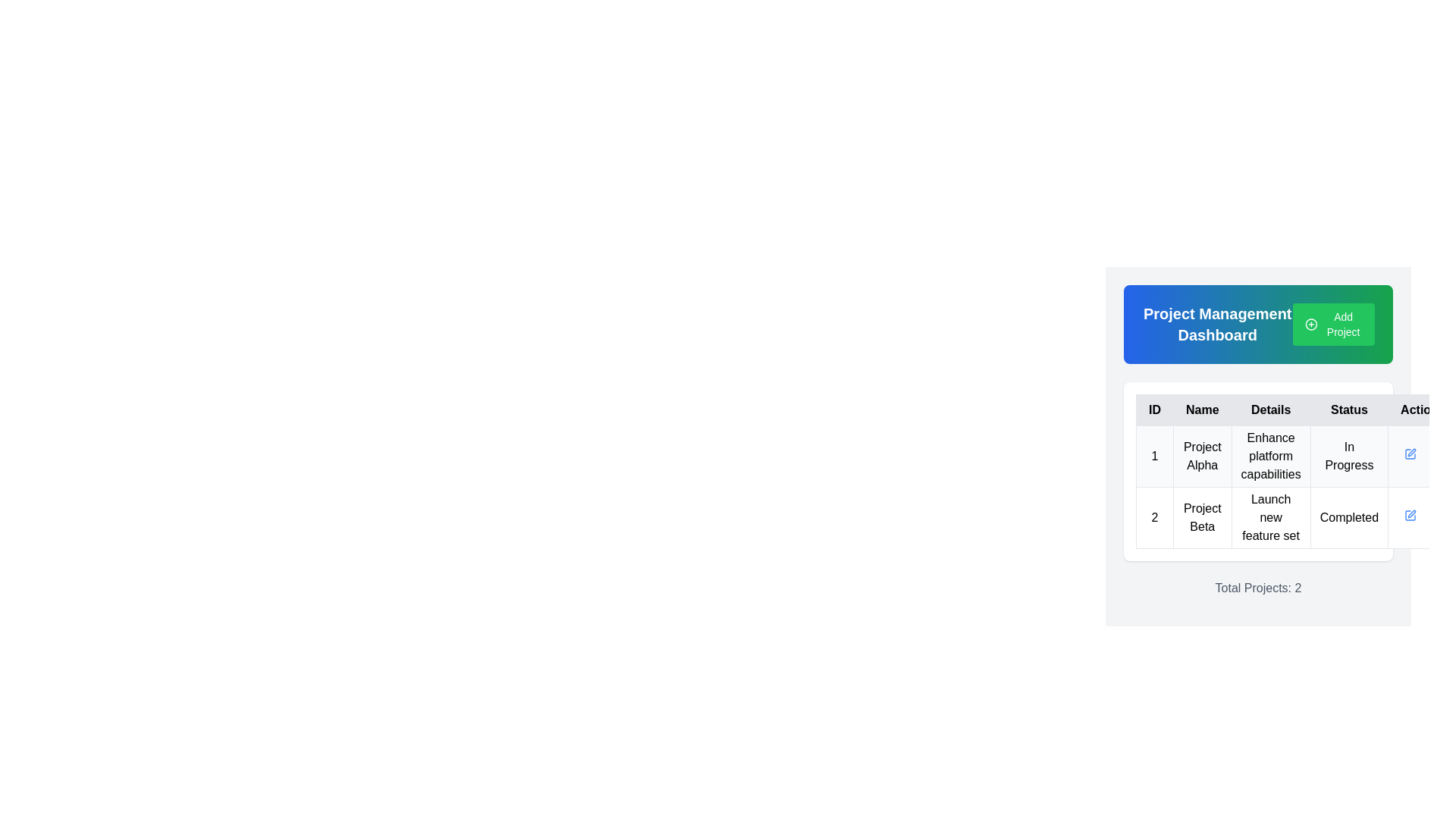  What do you see at coordinates (1271, 409) in the screenshot?
I see `the Table Header Label located in the third column of the table, between the headers 'Name' and 'Status'` at bounding box center [1271, 409].